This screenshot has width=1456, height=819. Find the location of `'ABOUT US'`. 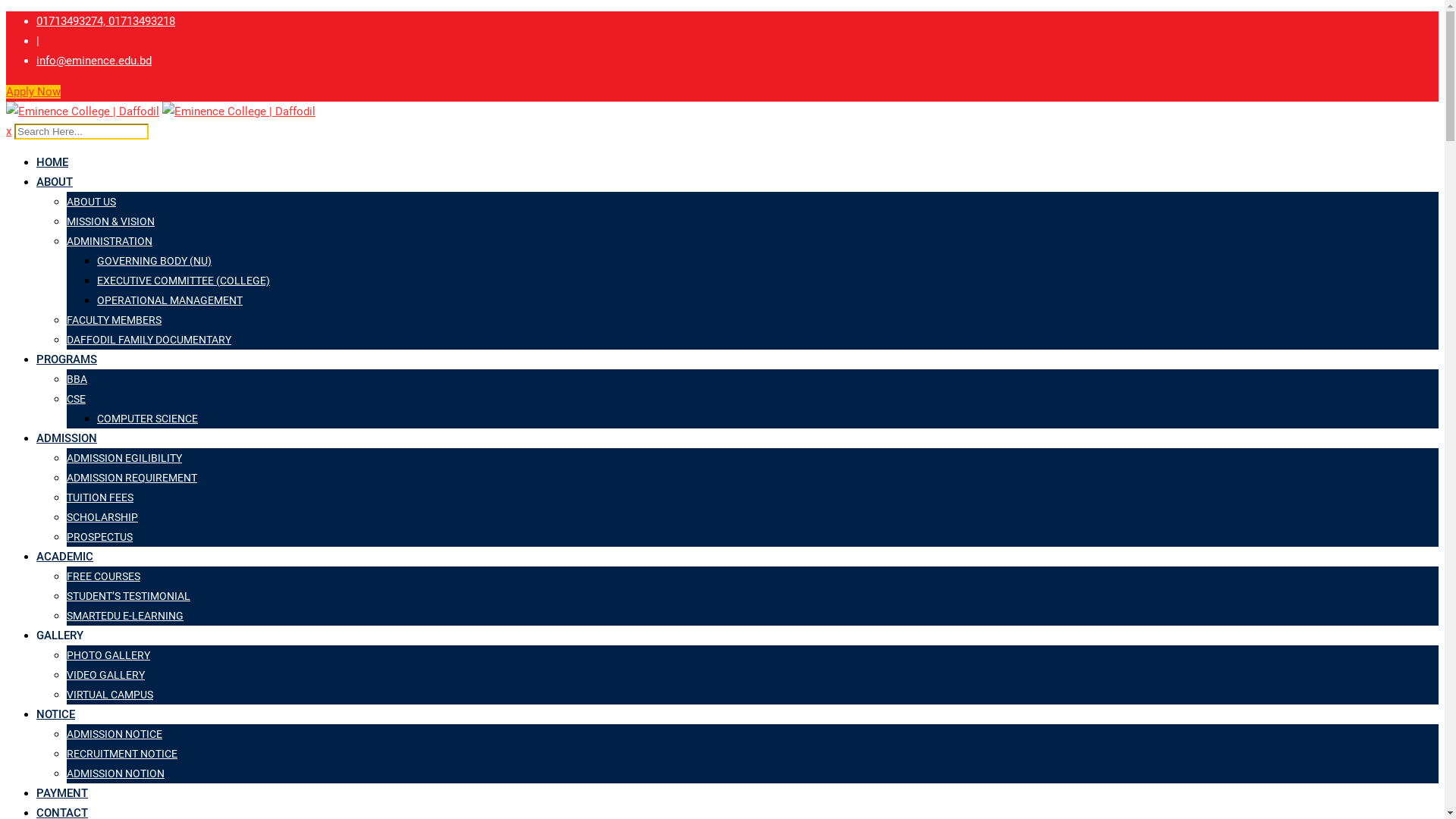

'ABOUT US' is located at coordinates (90, 201).